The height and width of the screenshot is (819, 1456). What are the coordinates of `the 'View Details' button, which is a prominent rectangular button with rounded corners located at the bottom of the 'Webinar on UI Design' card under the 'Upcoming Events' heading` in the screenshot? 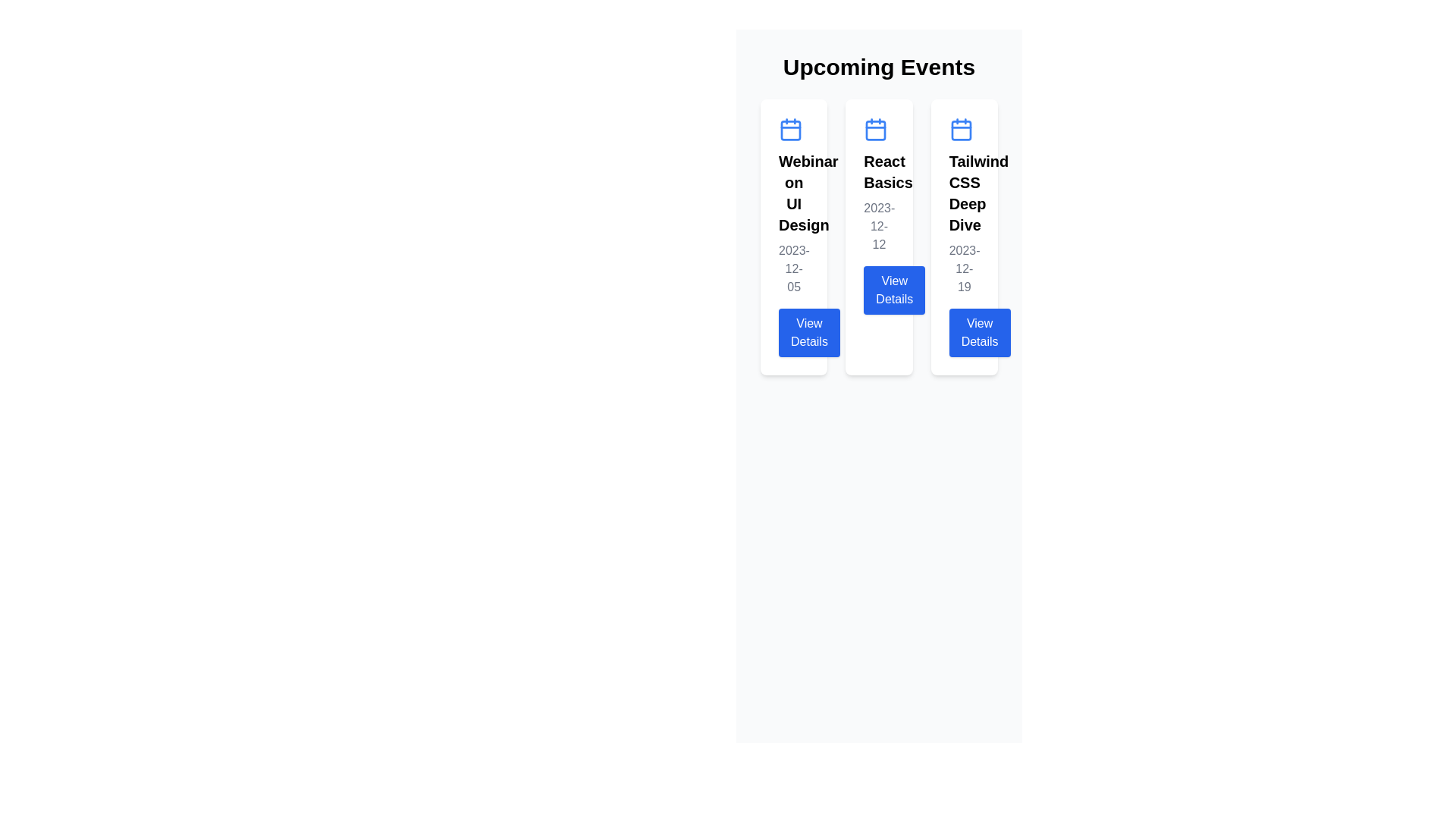 It's located at (808, 332).